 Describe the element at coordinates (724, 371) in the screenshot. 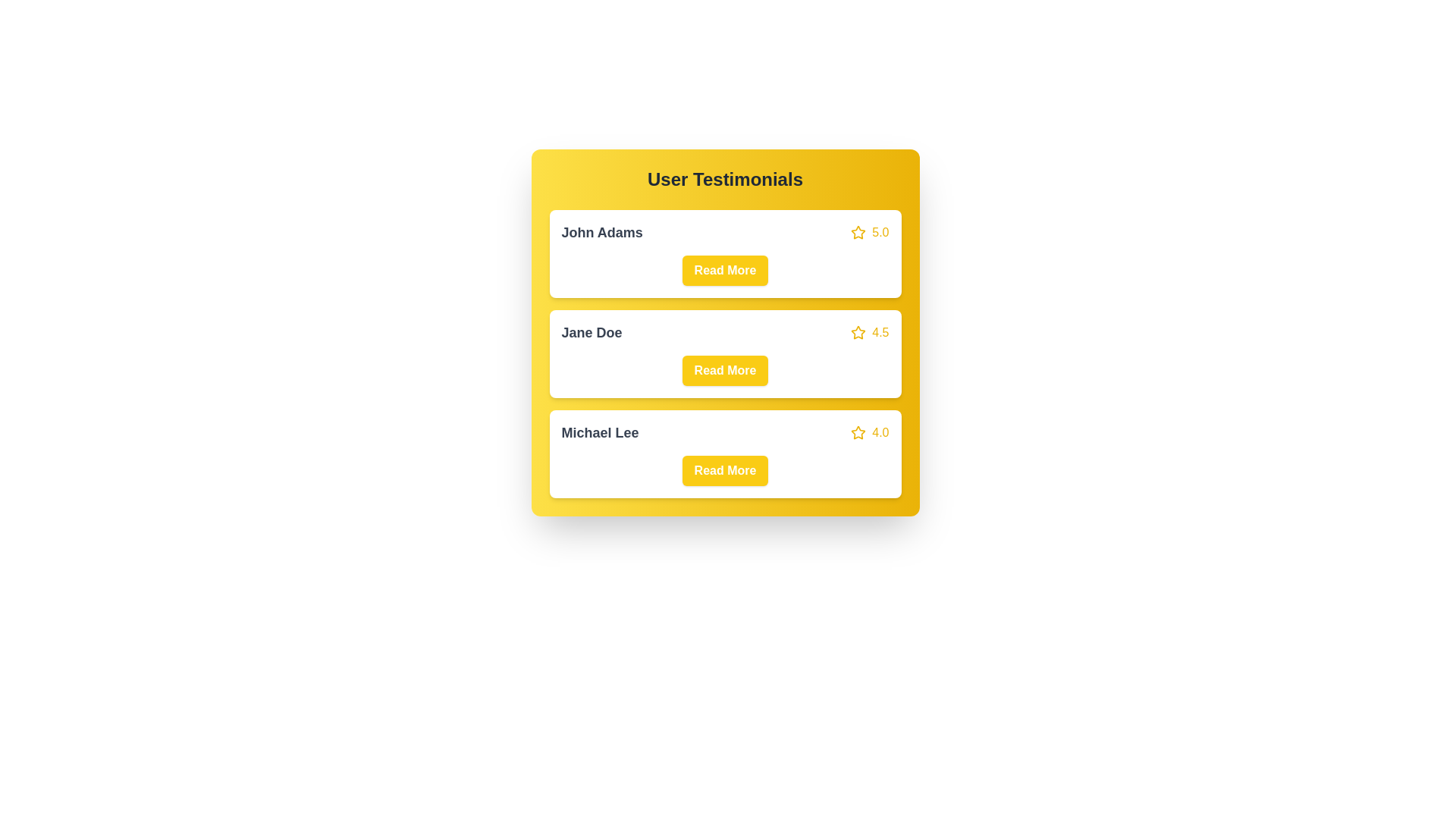

I see `the 'Read More' button for Jane Doe to expand or collapse the review` at that location.